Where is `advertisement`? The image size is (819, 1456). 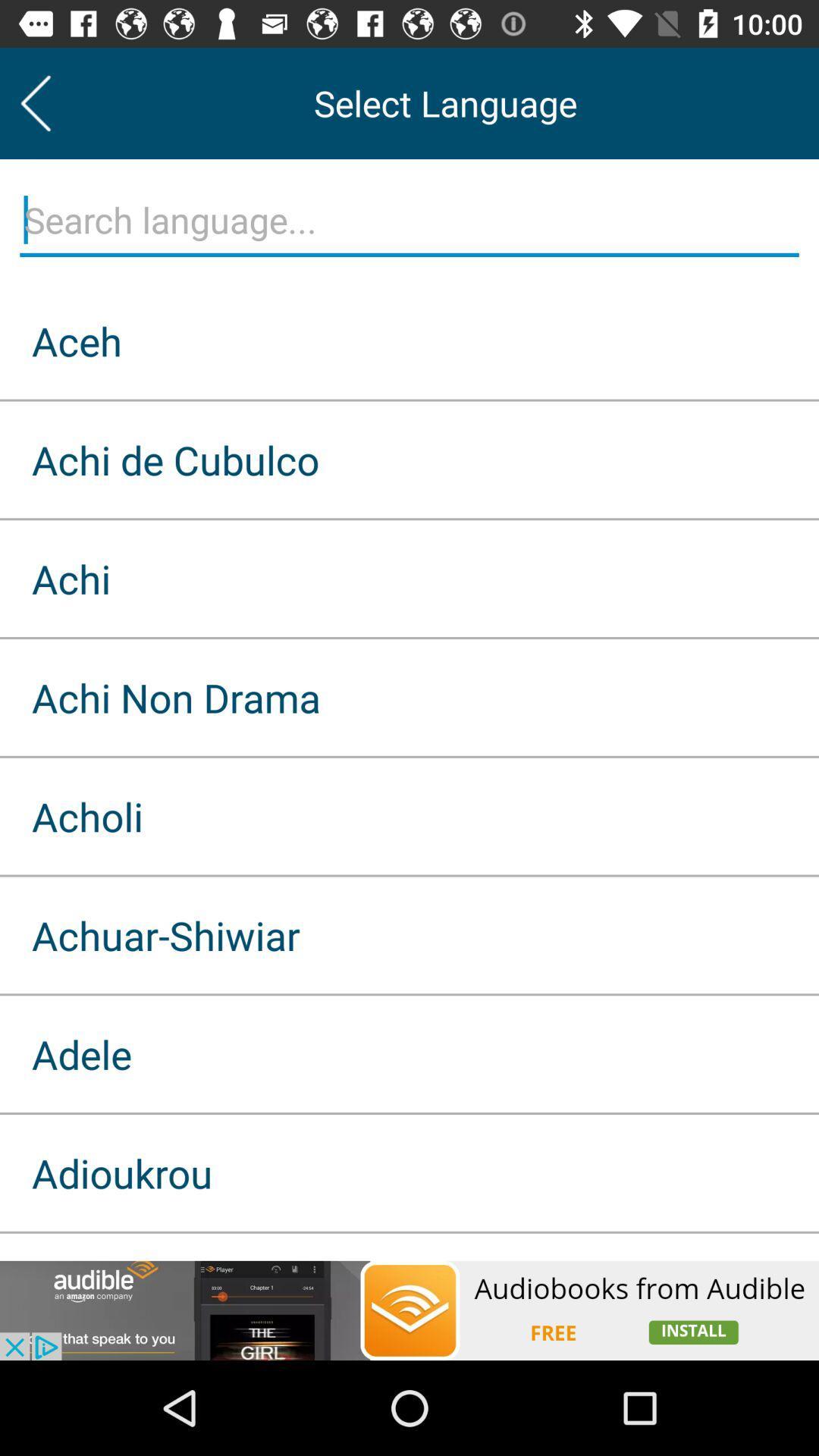
advertisement is located at coordinates (409, 1310).